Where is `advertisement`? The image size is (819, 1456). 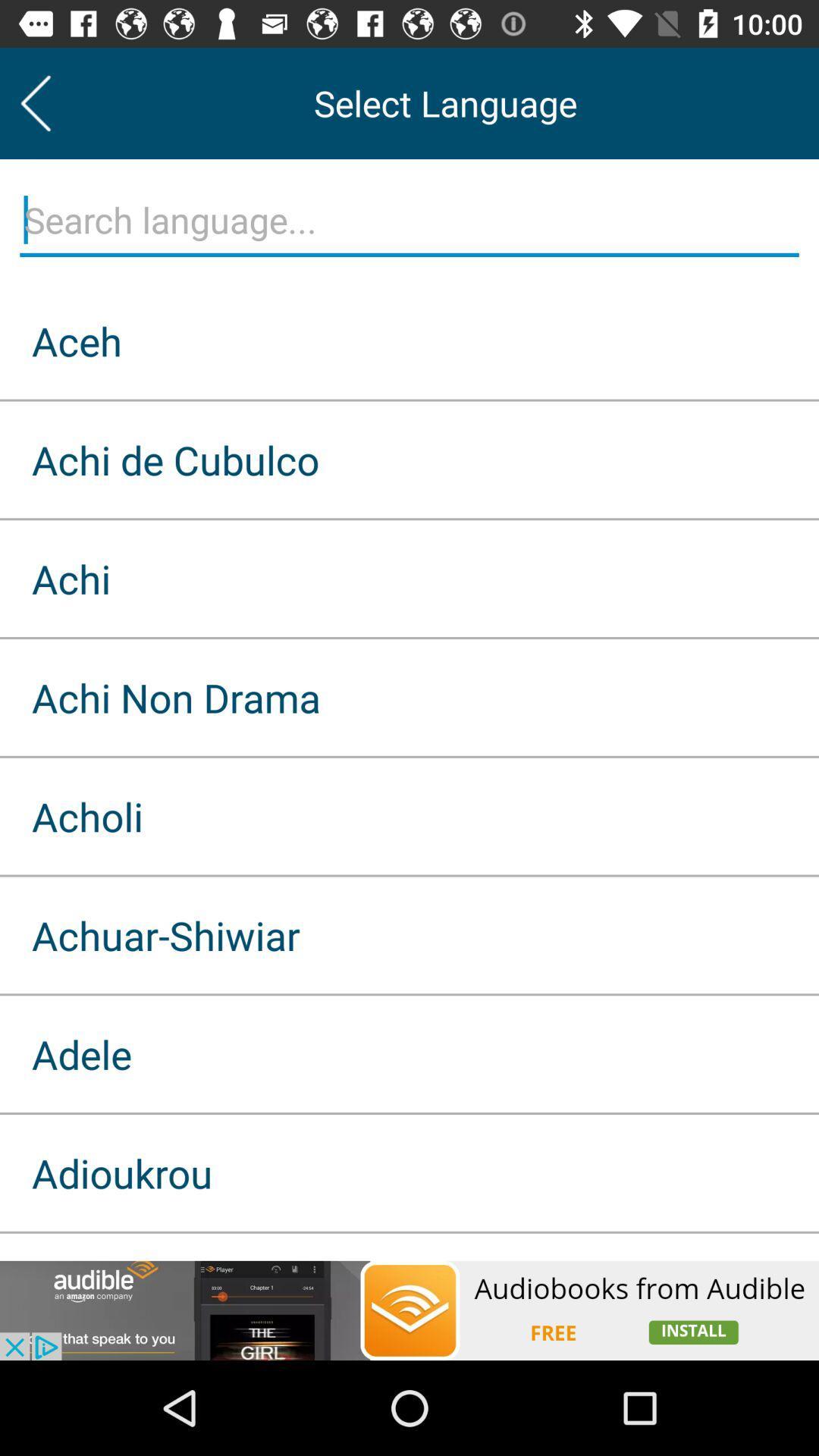
advertisement is located at coordinates (409, 1310).